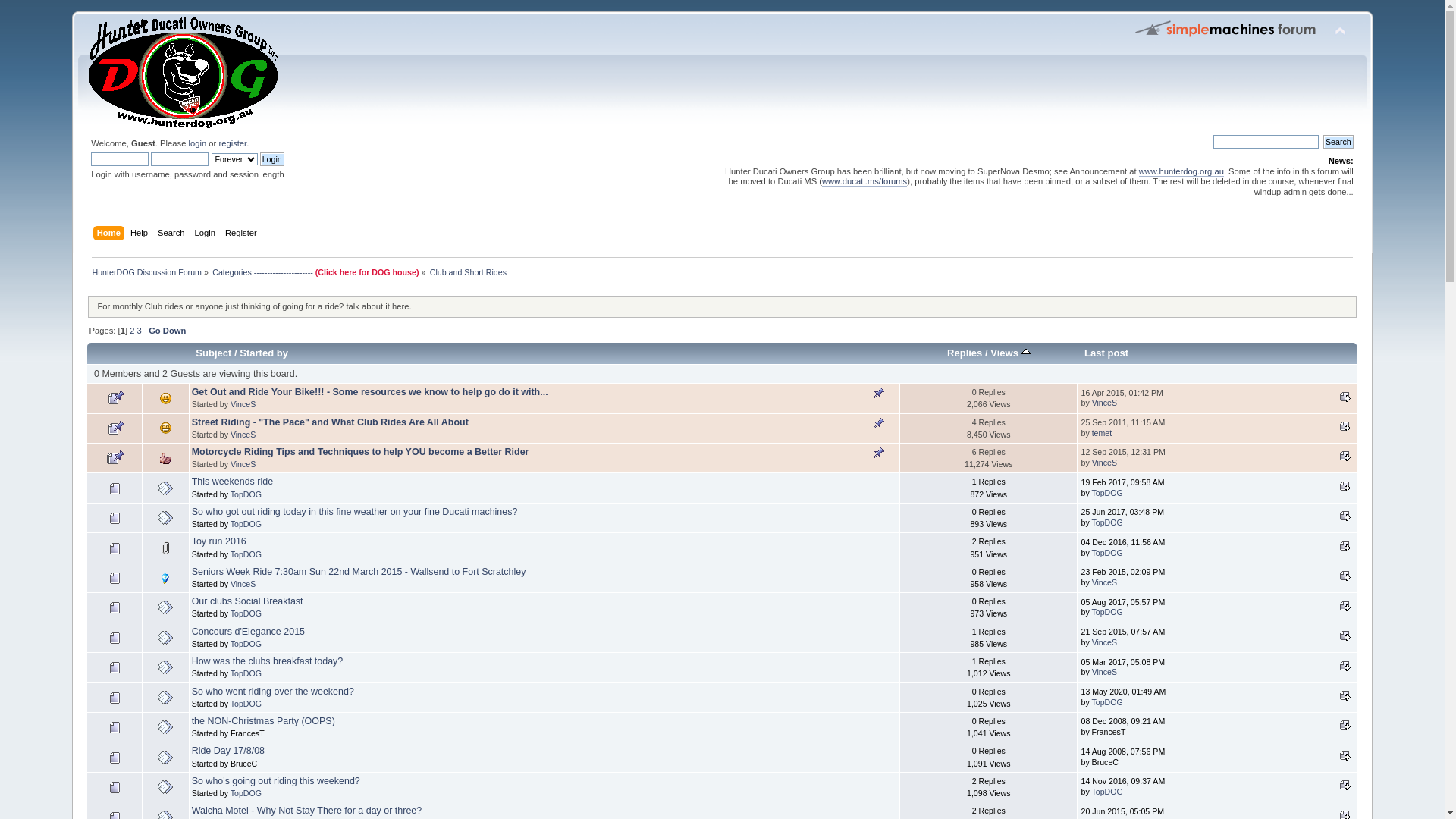 This screenshot has height=819, width=1456. Describe the element at coordinates (864, 180) in the screenshot. I see `'www.ducati.ms/forums'` at that location.